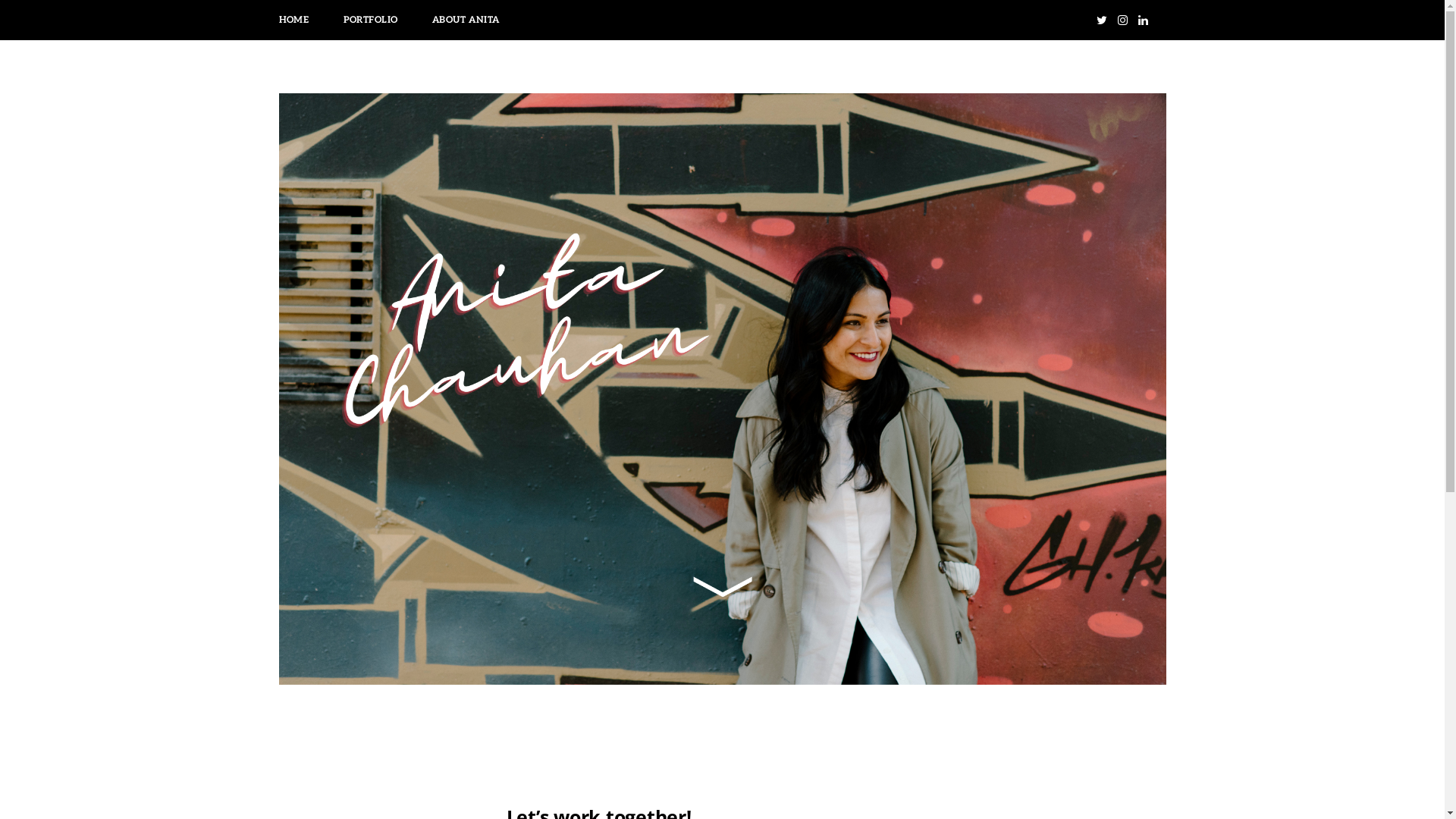  I want to click on 'PORTFOLIO', so click(371, 20).